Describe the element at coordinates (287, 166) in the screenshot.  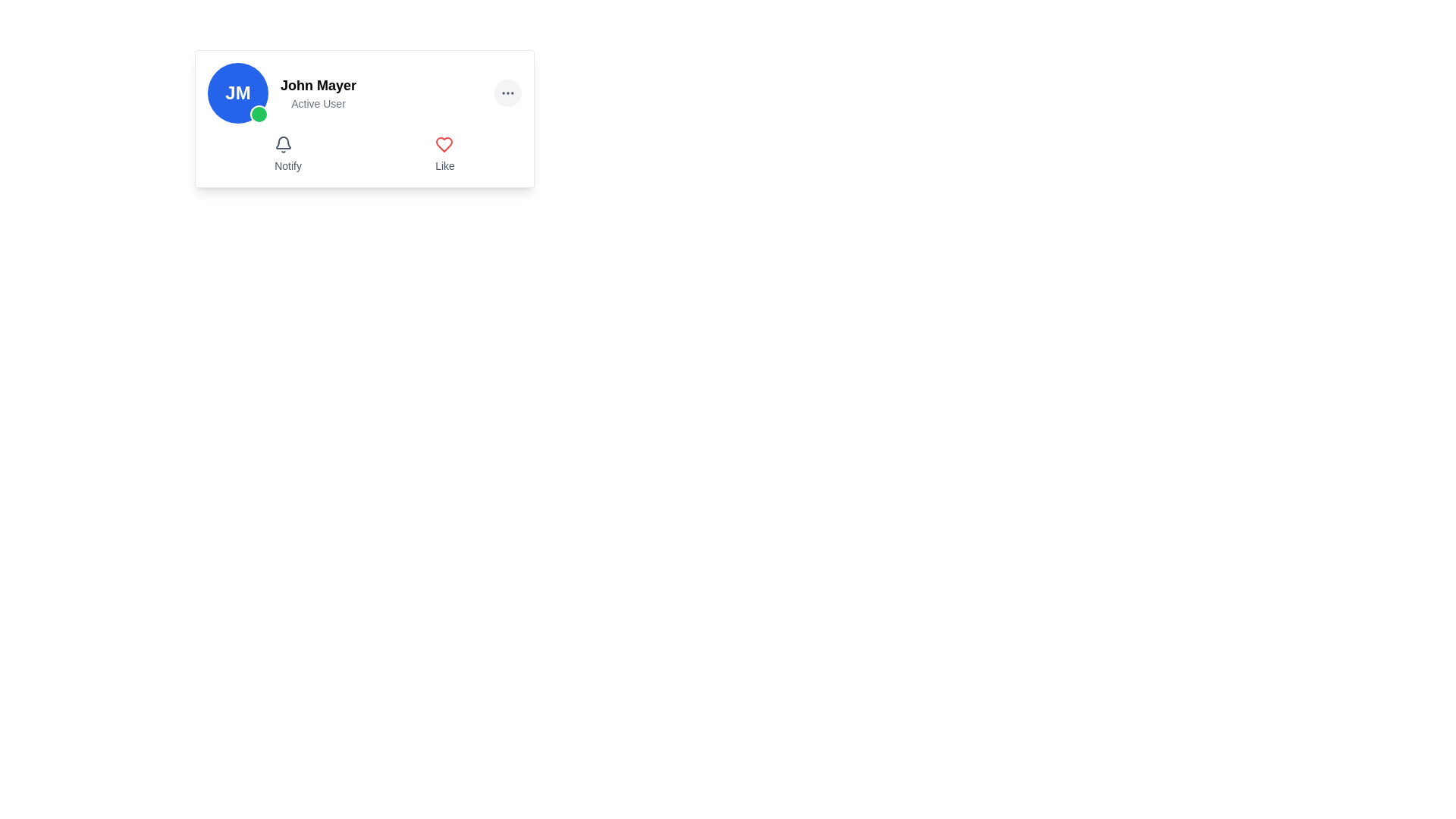
I see `the 'Notify' text label that describes the bell icon above it, indicating its notification functionality` at that location.